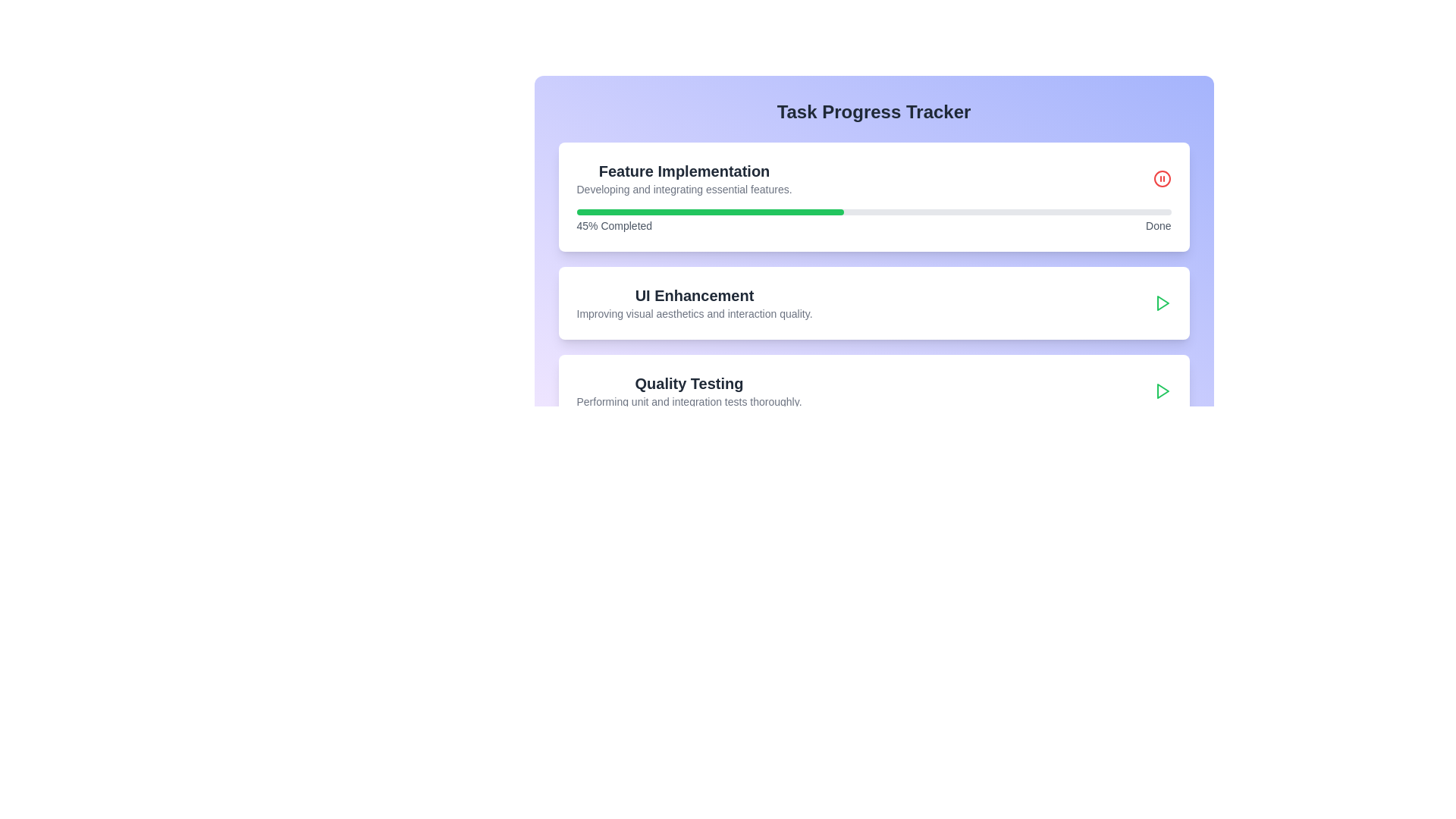  Describe the element at coordinates (1162, 391) in the screenshot. I see `the triangular green play button located at the right end of the 'UI Enhancement' task row` at that location.